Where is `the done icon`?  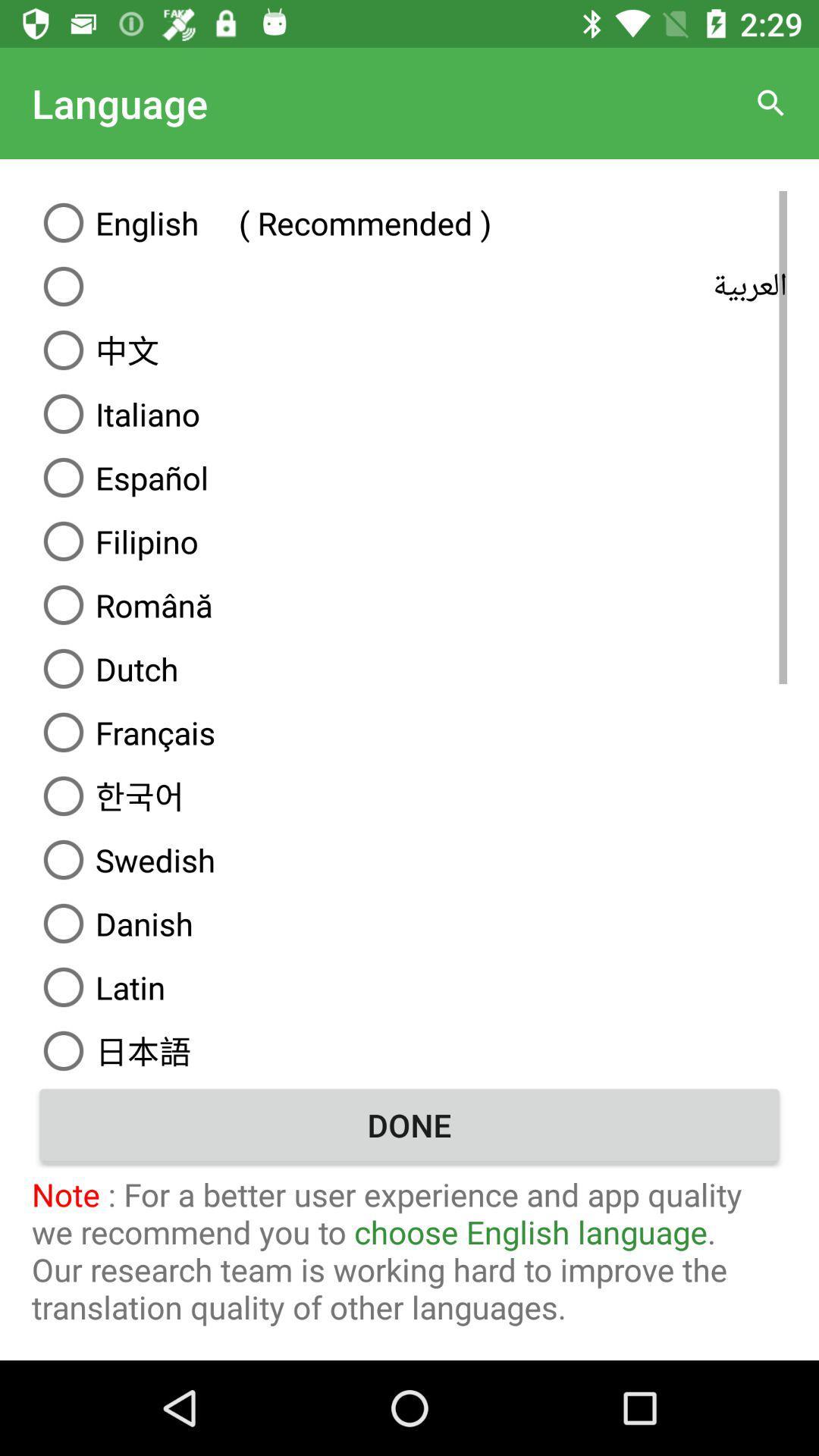 the done icon is located at coordinates (409, 1125).